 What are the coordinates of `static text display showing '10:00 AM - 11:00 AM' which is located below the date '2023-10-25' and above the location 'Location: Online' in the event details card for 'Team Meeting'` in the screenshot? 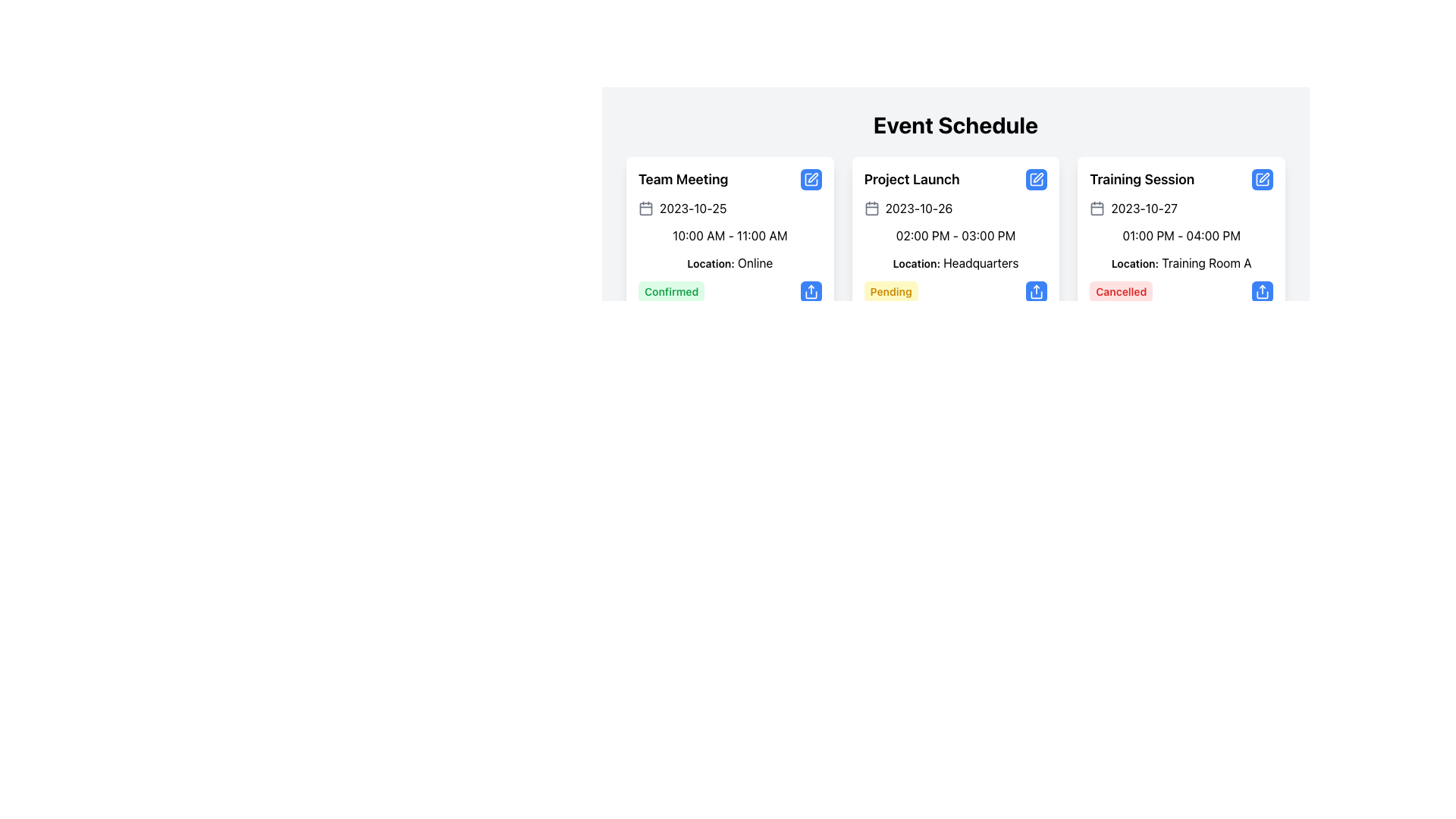 It's located at (730, 236).